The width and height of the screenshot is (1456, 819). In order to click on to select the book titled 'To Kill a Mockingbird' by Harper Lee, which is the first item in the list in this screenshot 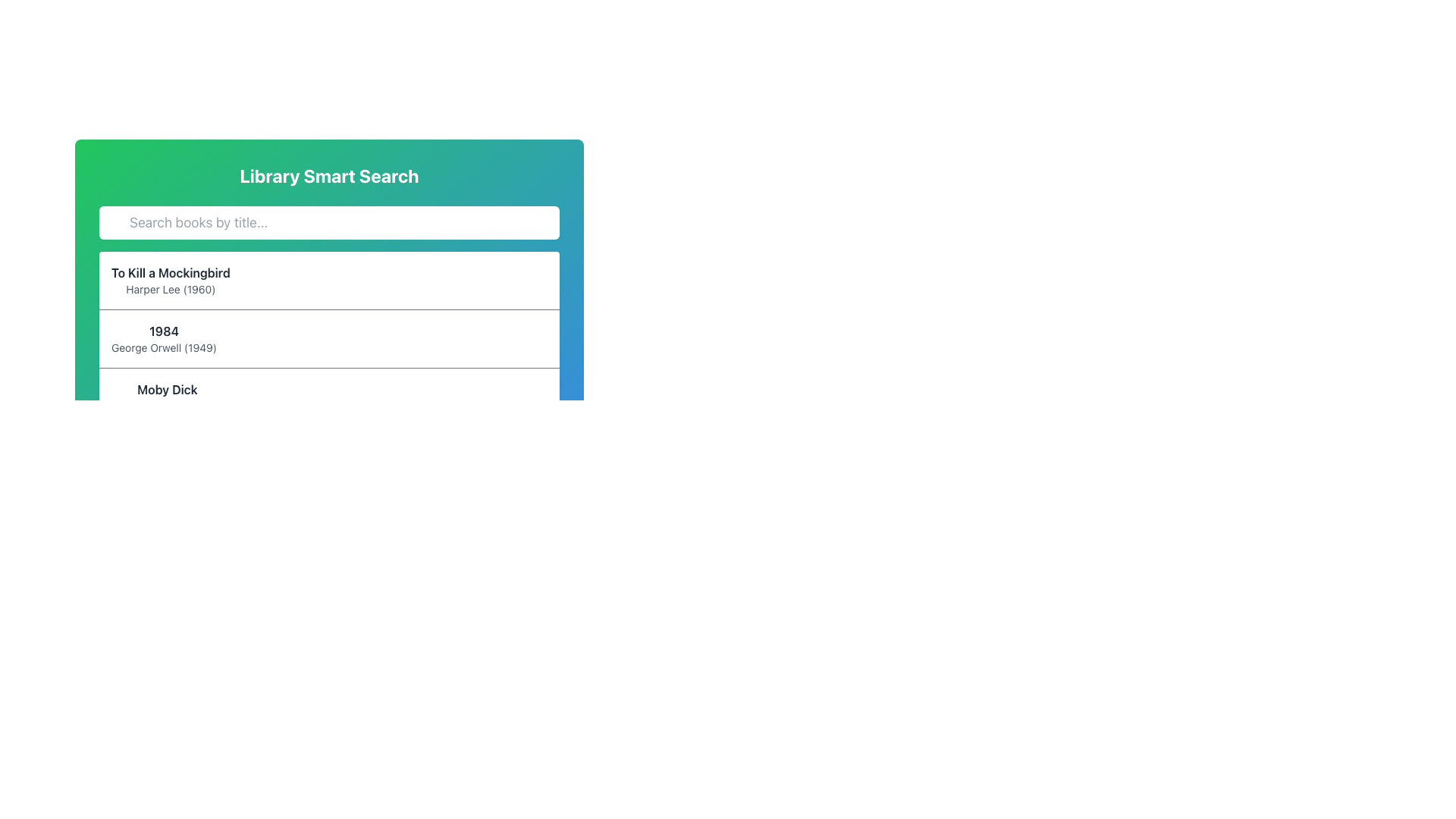, I will do `click(328, 281)`.